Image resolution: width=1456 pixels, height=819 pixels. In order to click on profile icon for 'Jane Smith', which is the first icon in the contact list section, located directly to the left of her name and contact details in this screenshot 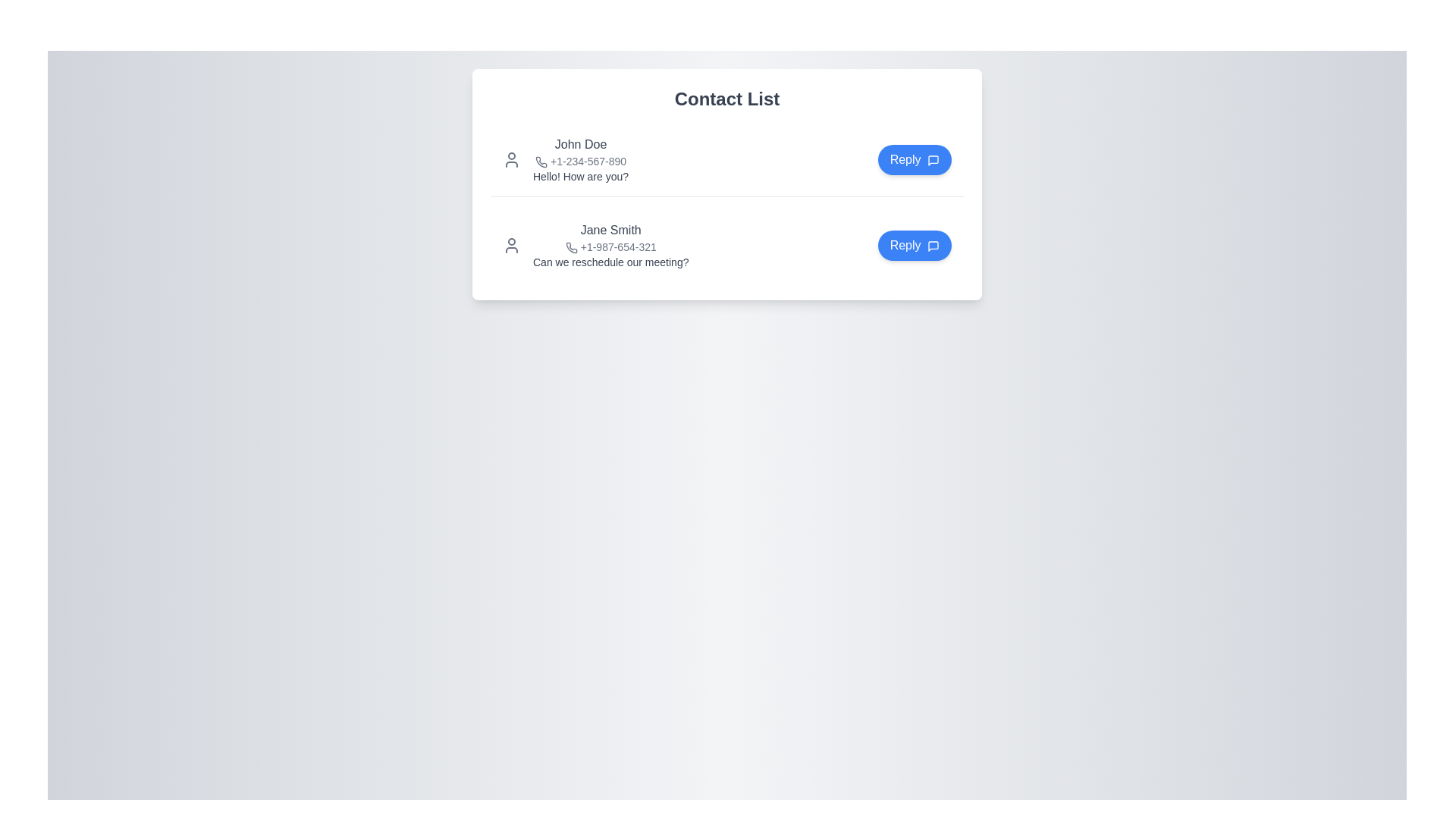, I will do `click(512, 245)`.